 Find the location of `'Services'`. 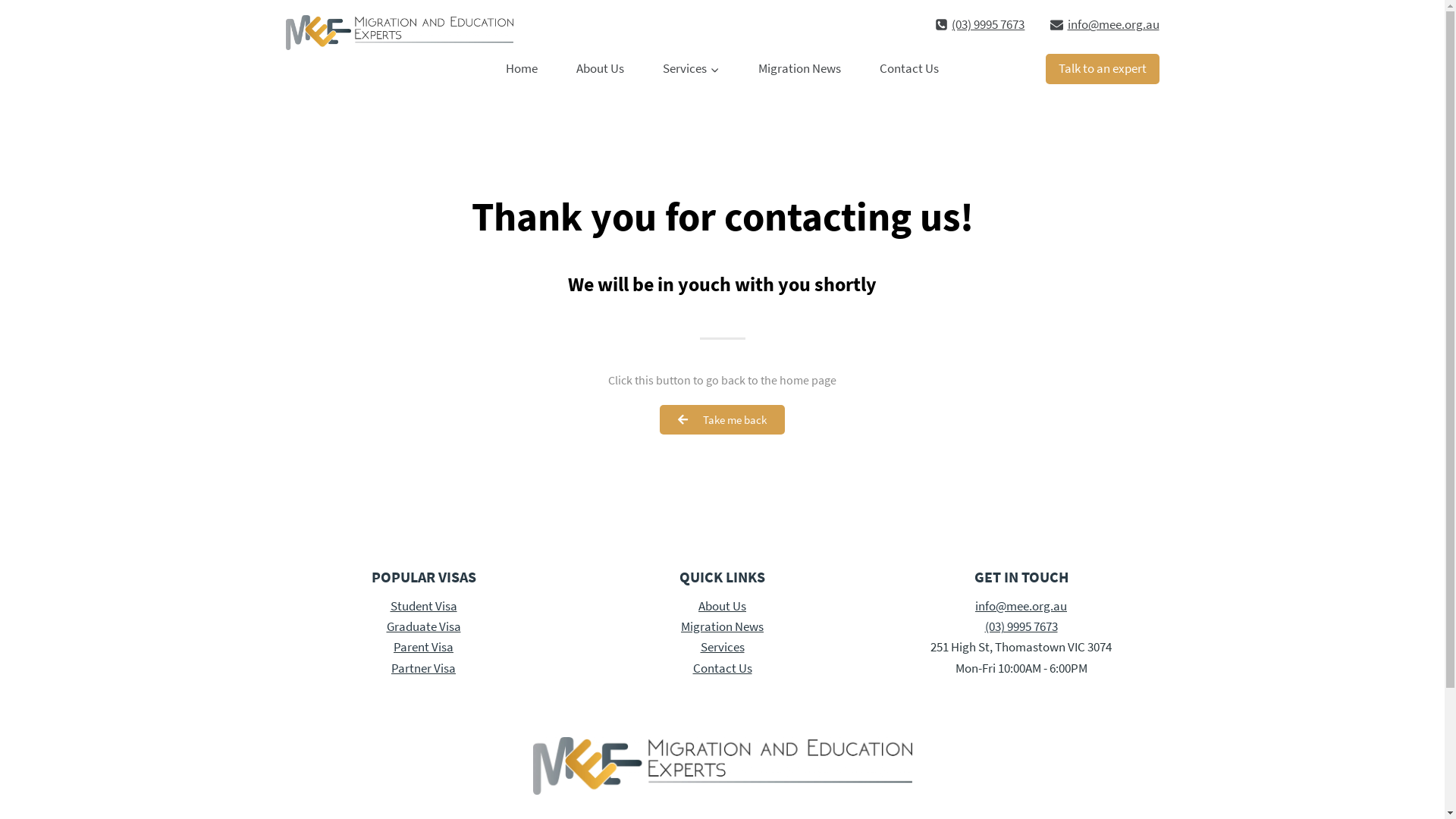

'Services' is located at coordinates (690, 69).